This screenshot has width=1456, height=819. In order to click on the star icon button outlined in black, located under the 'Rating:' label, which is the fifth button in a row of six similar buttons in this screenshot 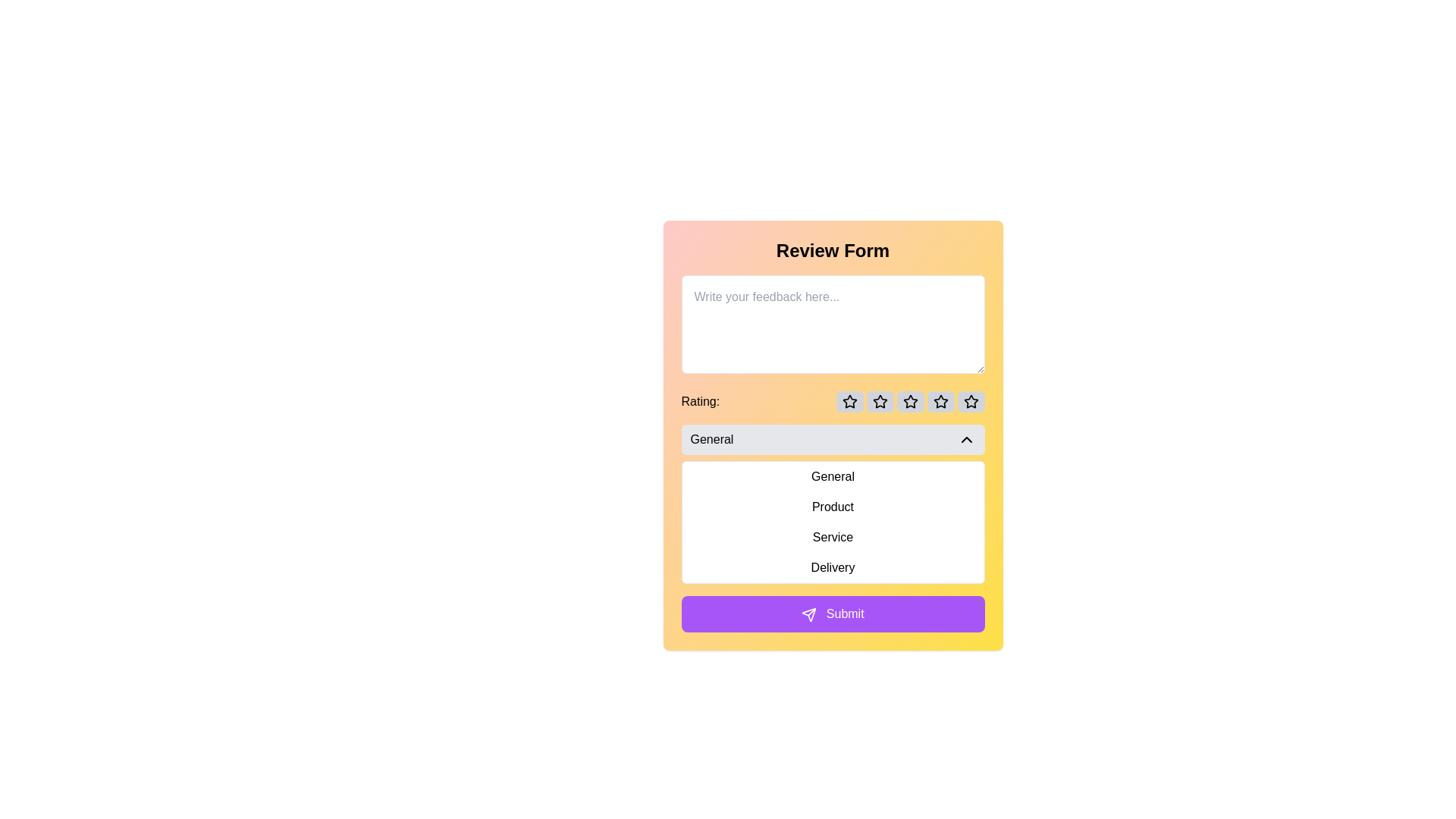, I will do `click(940, 400)`.